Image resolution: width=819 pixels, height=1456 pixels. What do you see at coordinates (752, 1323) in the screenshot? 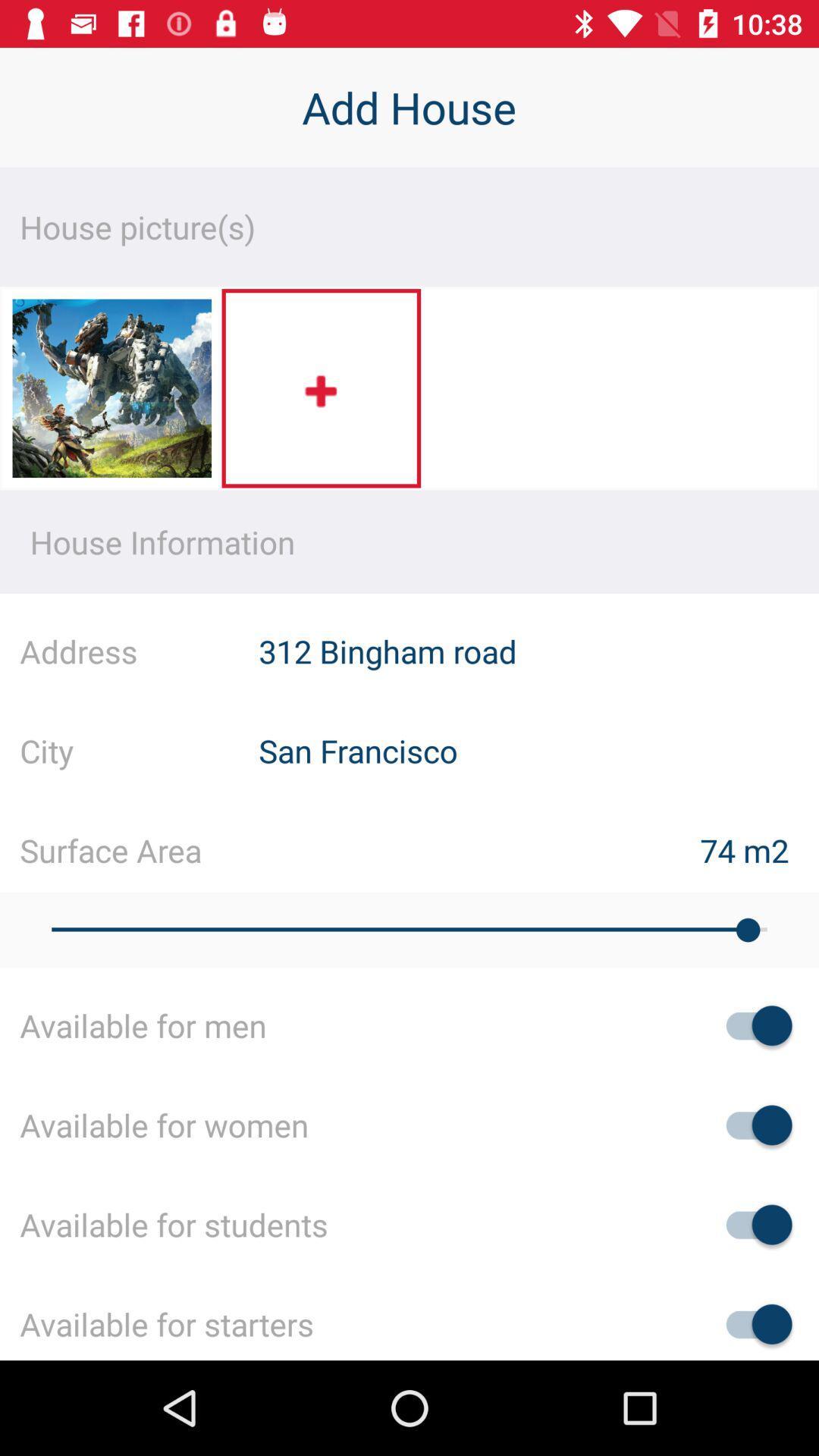
I see `for starters` at bounding box center [752, 1323].